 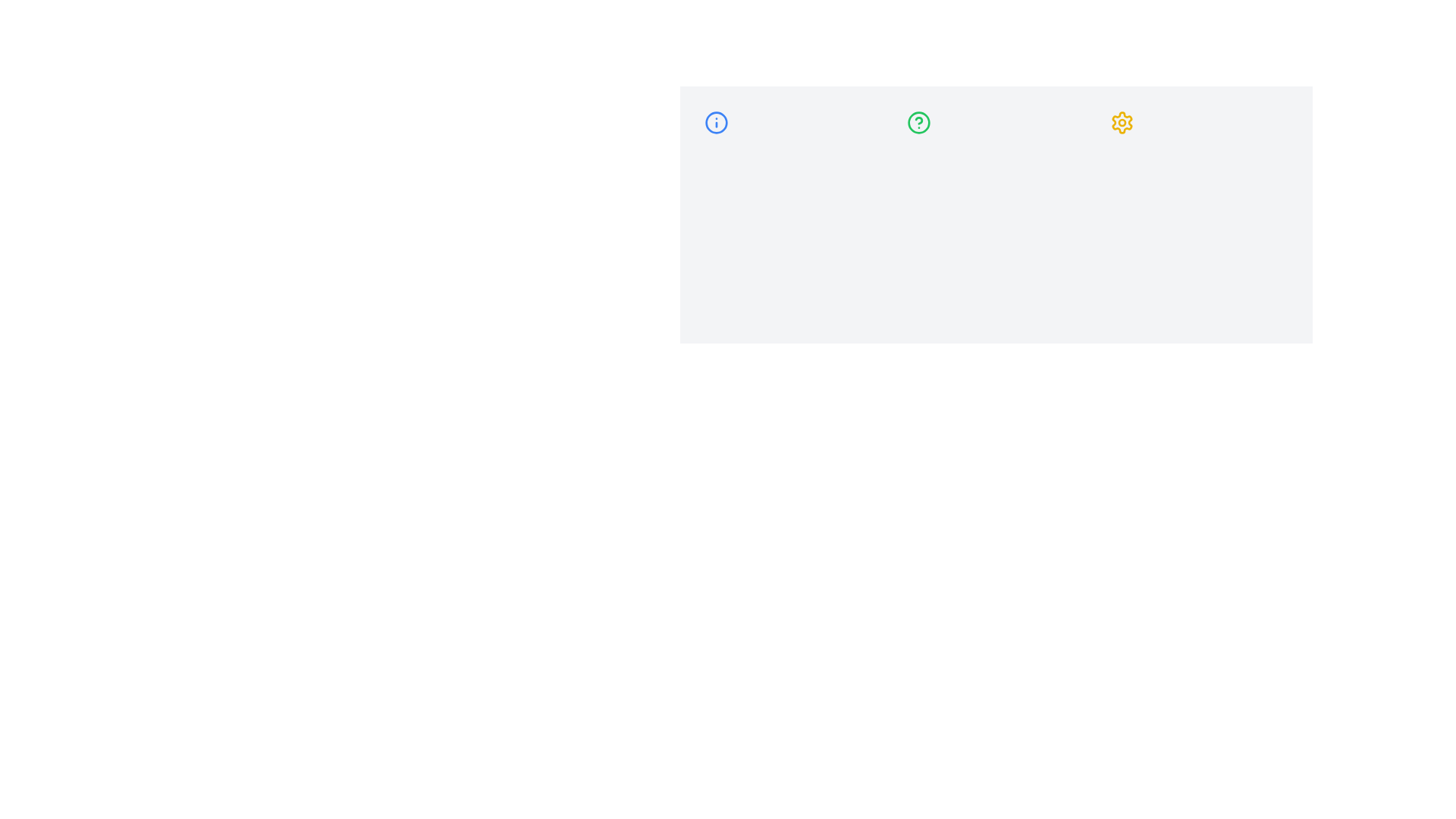 What do you see at coordinates (918, 122) in the screenshot?
I see `the green circular icon with a question mark at its center` at bounding box center [918, 122].